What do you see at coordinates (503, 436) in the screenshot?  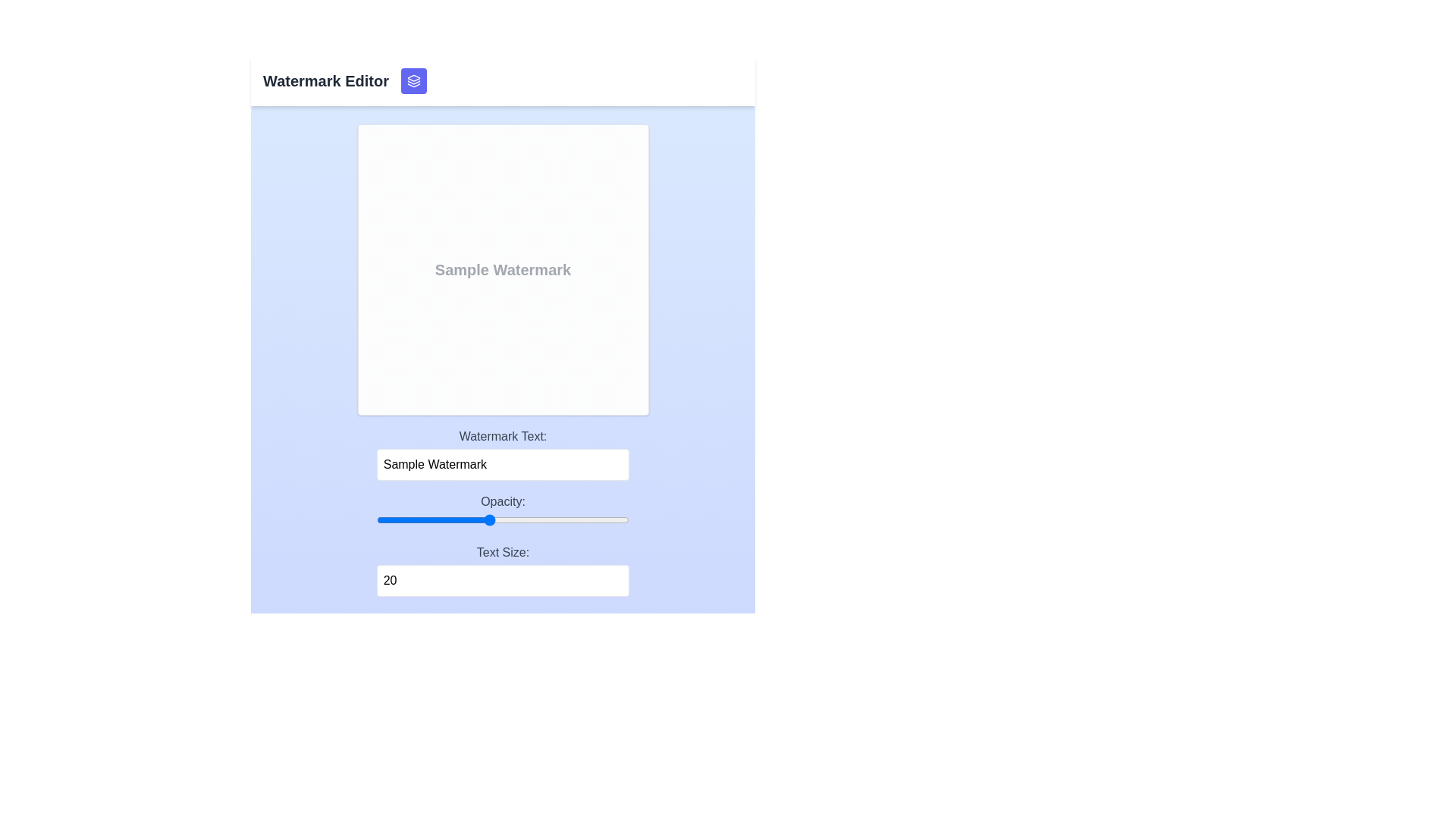 I see `the descriptive label indicating the purpose of the input field for watermark text, which is located towards the center-left of the interface above the text input field` at bounding box center [503, 436].